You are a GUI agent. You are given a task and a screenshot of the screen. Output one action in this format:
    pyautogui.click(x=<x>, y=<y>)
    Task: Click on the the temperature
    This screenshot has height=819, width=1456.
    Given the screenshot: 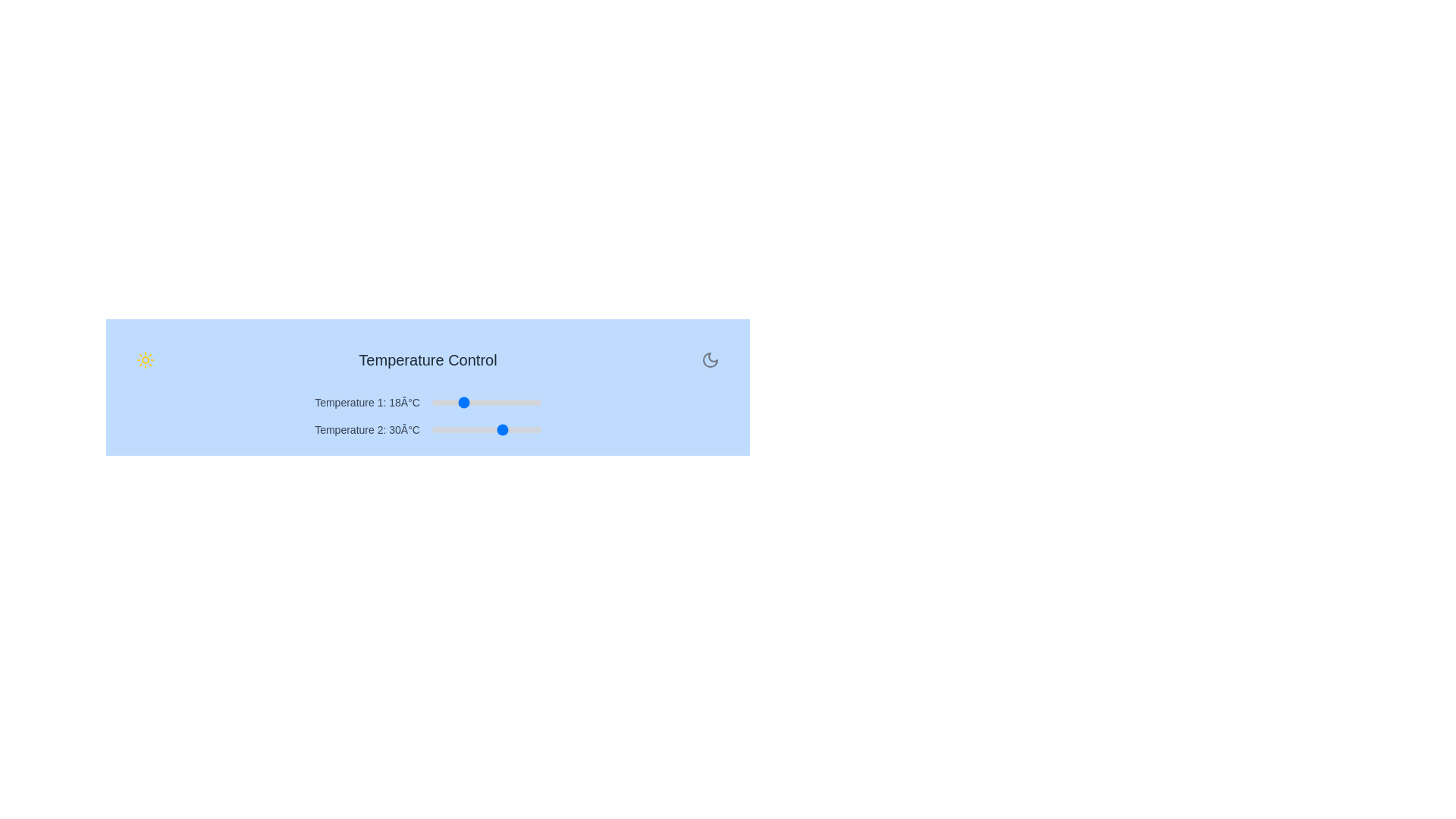 What is the action you would take?
    pyautogui.click(x=494, y=402)
    